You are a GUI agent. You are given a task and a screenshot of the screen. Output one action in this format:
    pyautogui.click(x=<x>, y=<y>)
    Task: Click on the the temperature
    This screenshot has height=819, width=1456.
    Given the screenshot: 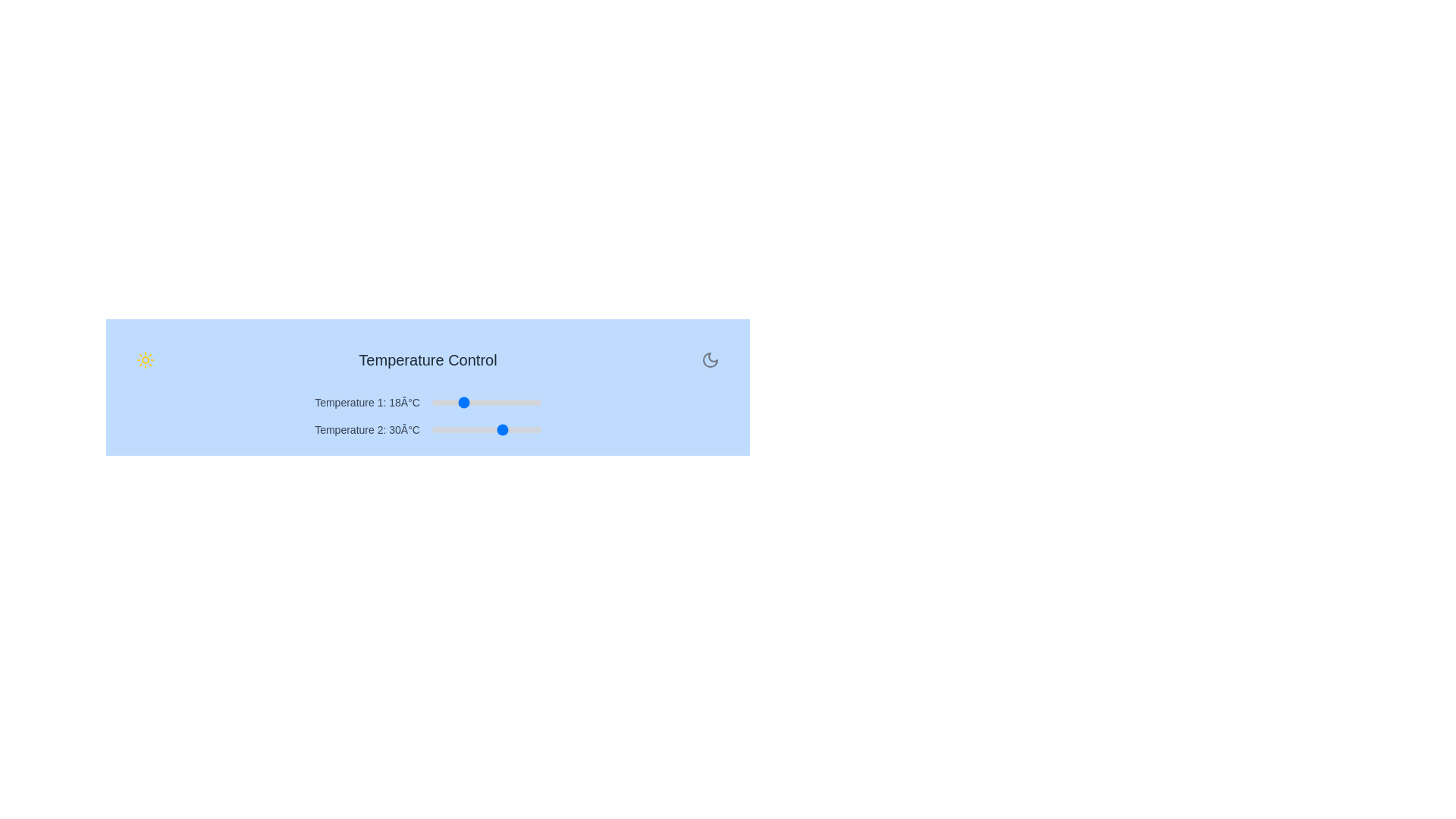 What is the action you would take?
    pyautogui.click(x=494, y=402)
    